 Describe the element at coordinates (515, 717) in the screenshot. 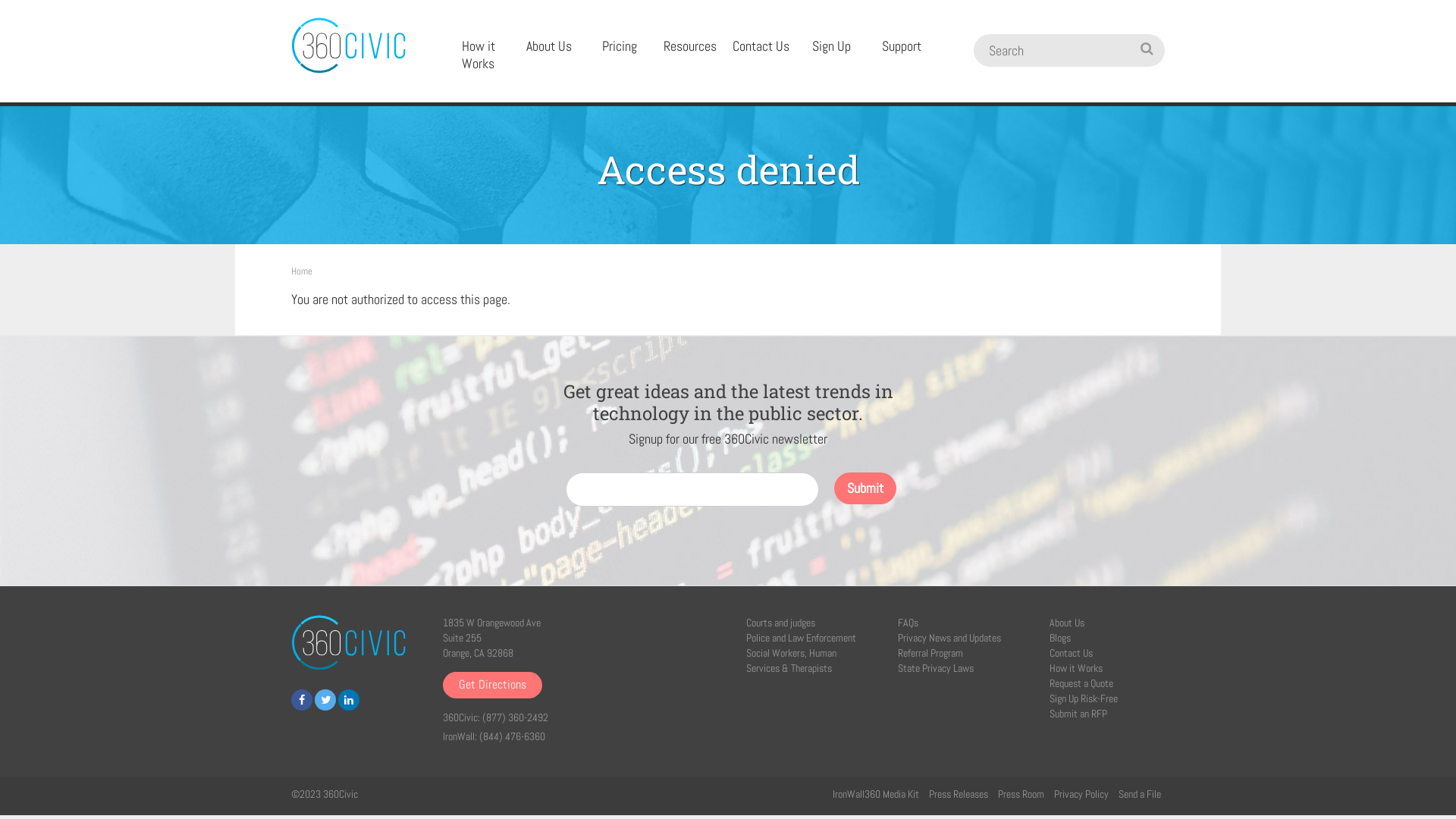

I see `'(877) 360-2492'` at that location.